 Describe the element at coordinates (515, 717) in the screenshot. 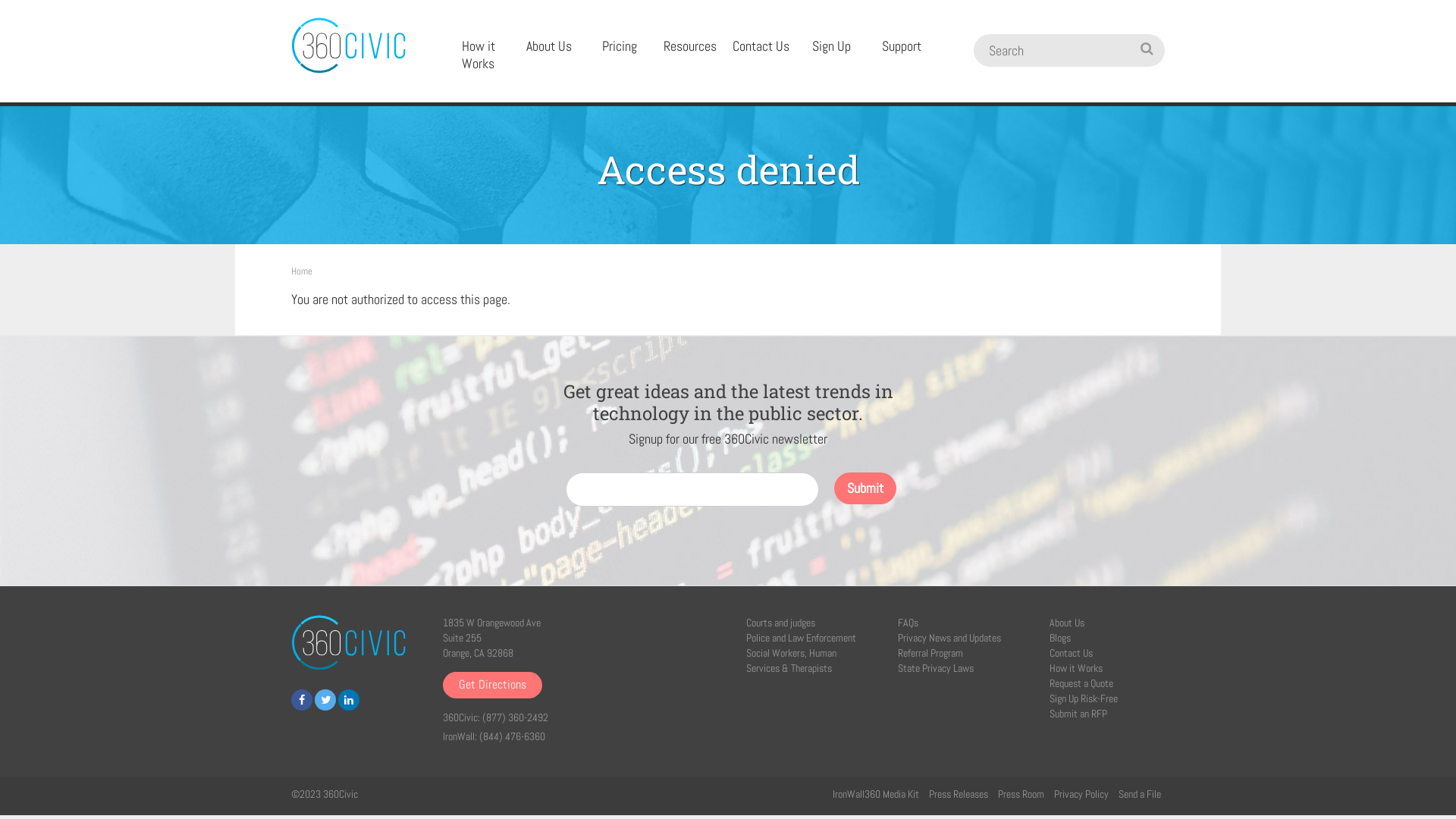

I see `'(877) 360-2492'` at that location.